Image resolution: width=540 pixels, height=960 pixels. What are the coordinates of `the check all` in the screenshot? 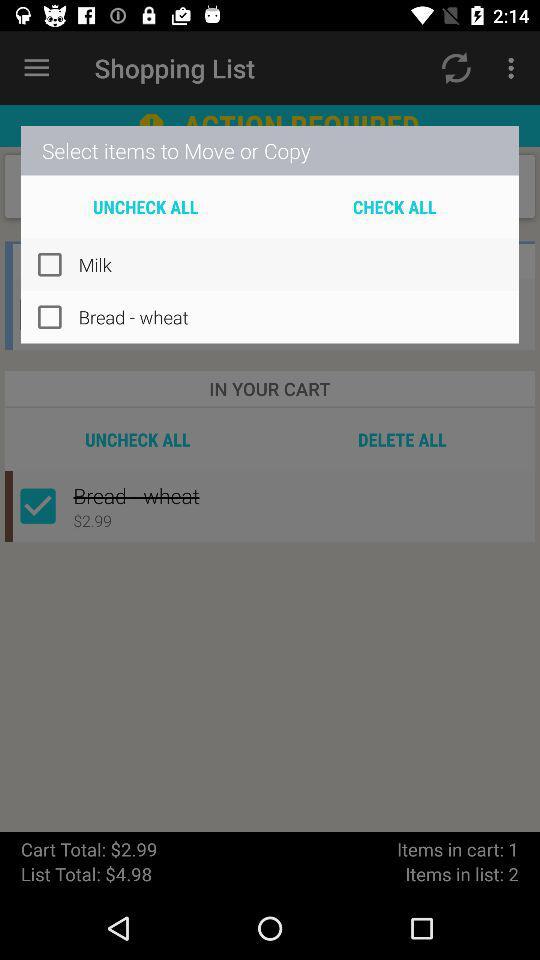 It's located at (394, 206).